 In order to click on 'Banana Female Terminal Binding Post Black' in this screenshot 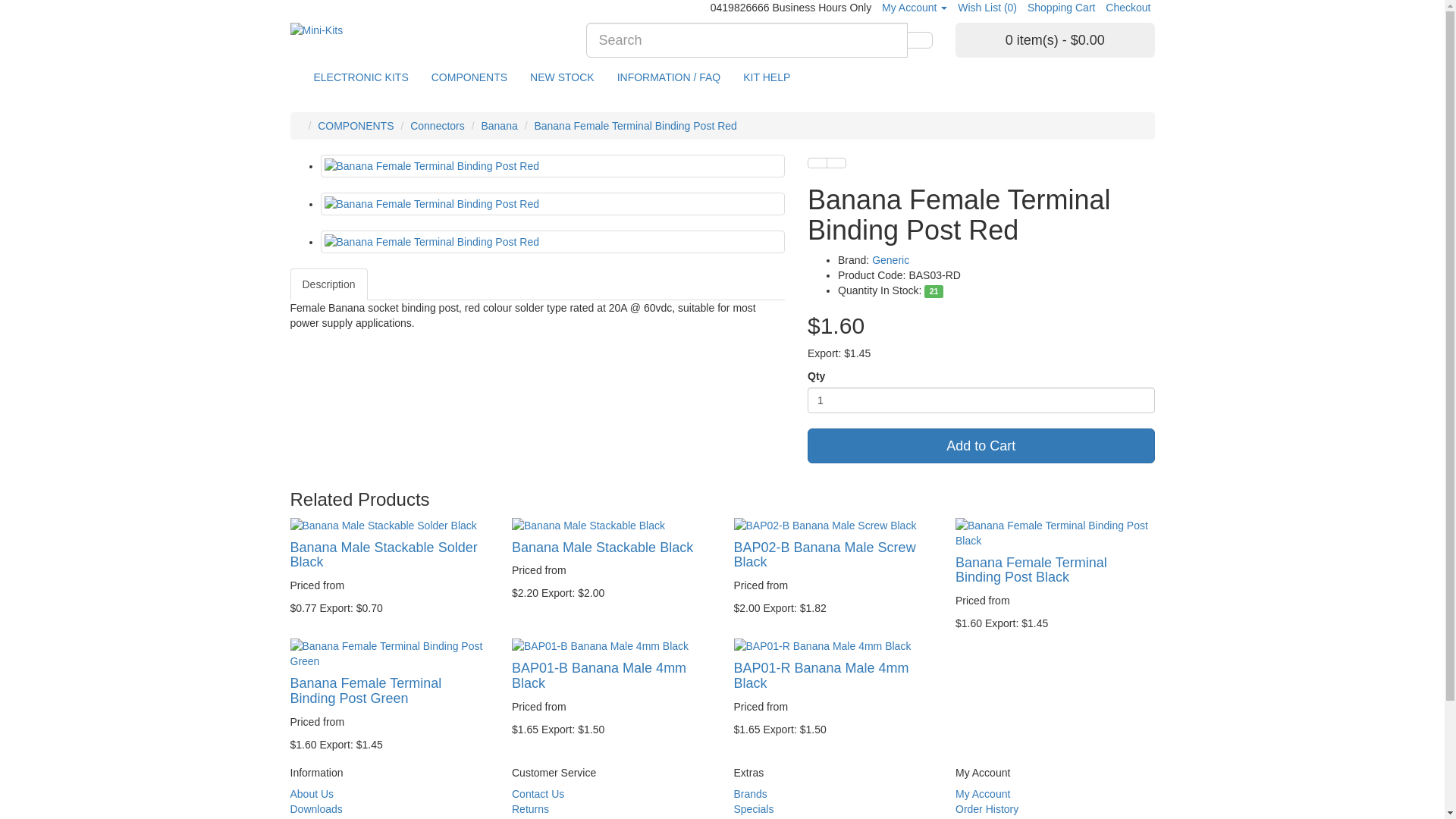, I will do `click(1054, 532)`.